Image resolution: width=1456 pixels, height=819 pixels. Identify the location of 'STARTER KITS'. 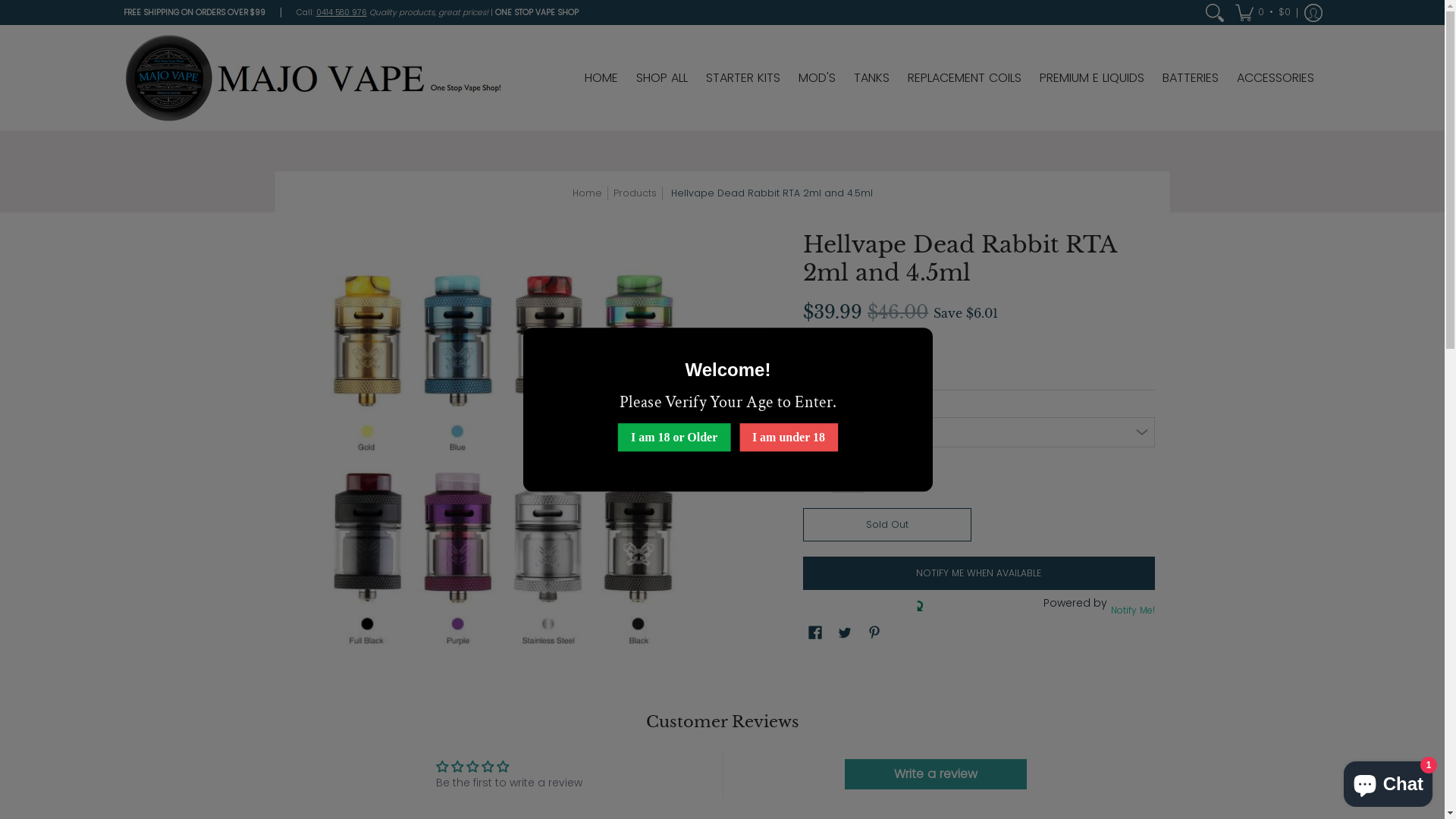
(697, 77).